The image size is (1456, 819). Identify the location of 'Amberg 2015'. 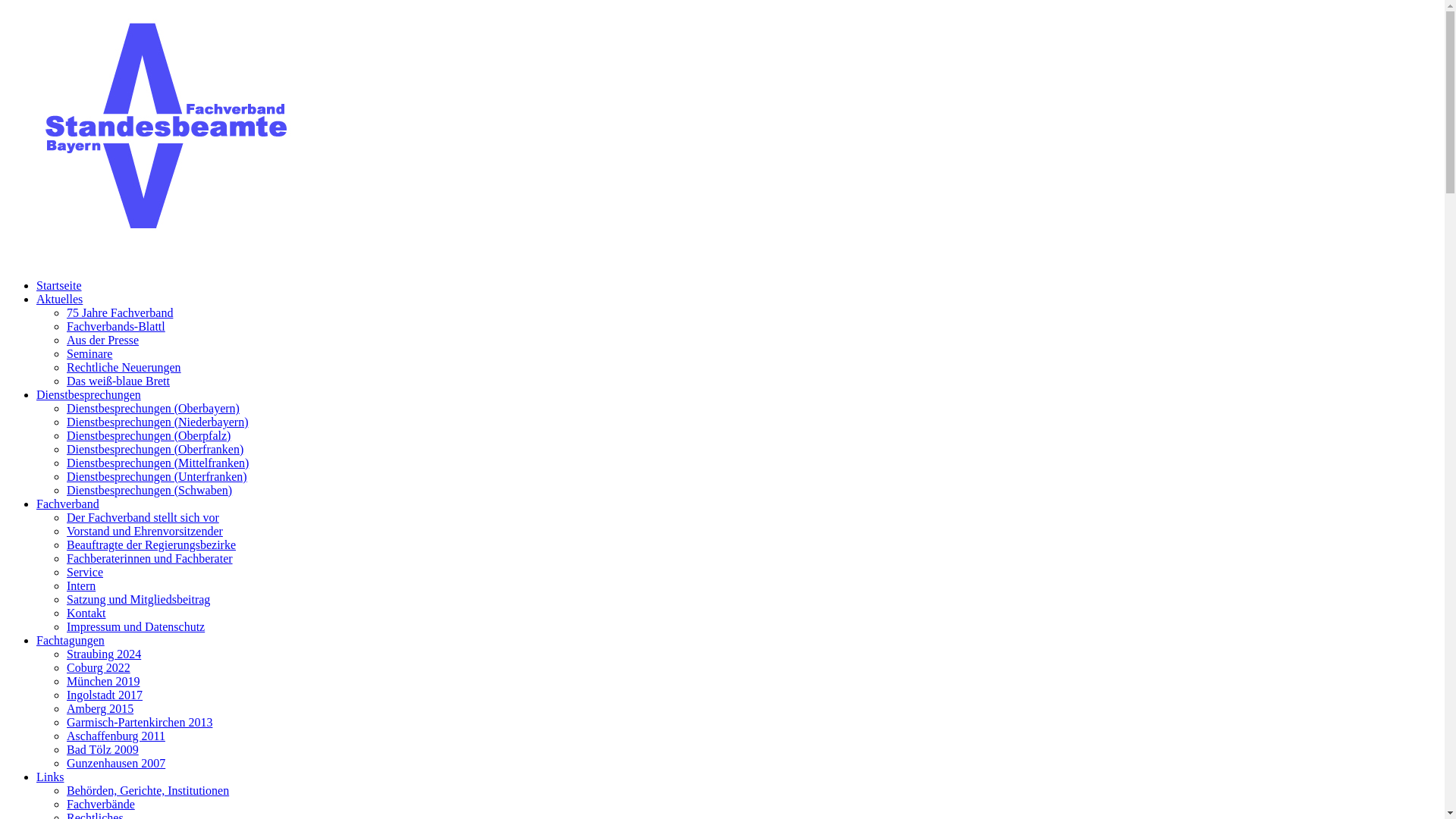
(99, 708).